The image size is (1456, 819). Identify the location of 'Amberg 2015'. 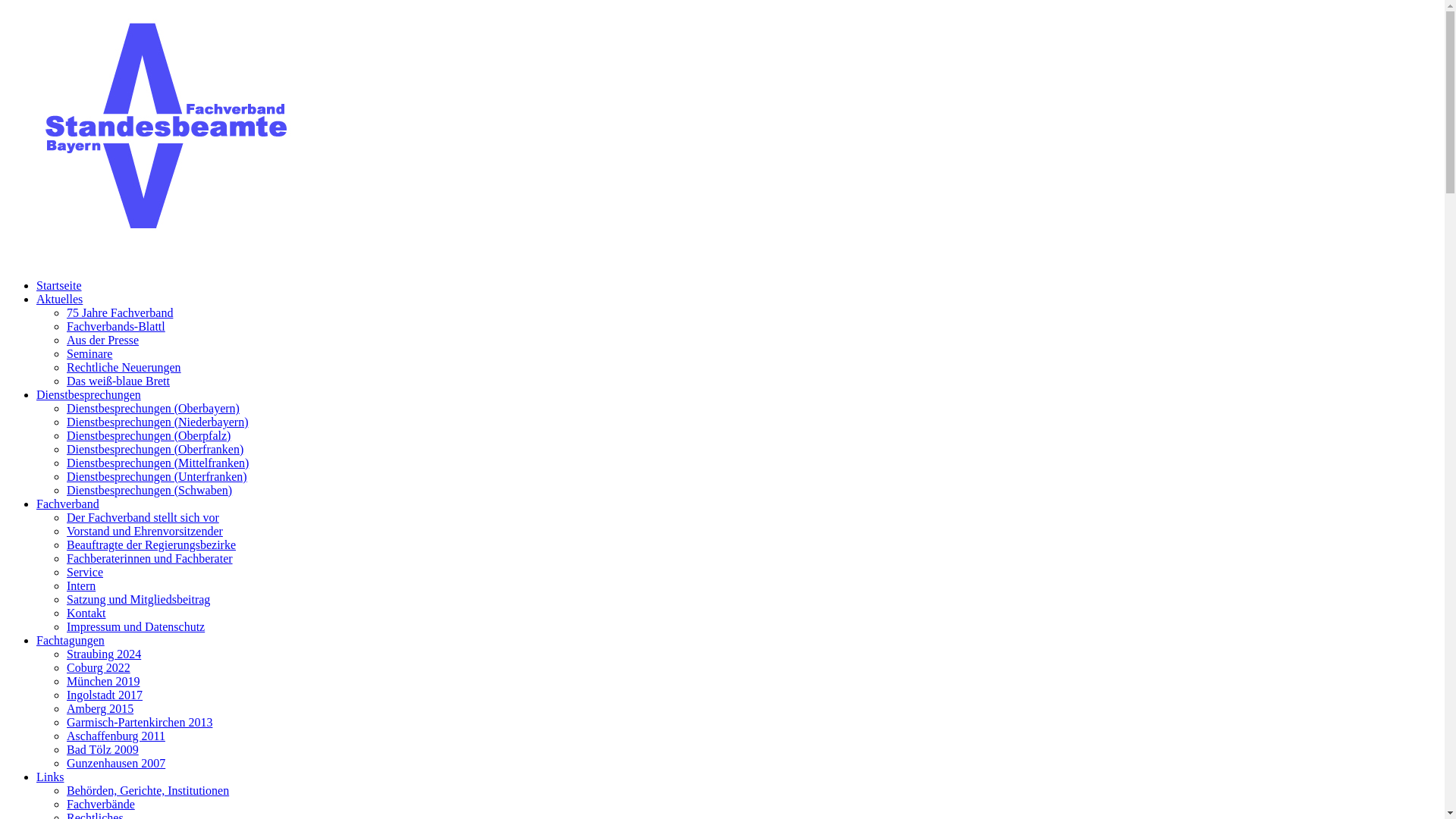
(99, 708).